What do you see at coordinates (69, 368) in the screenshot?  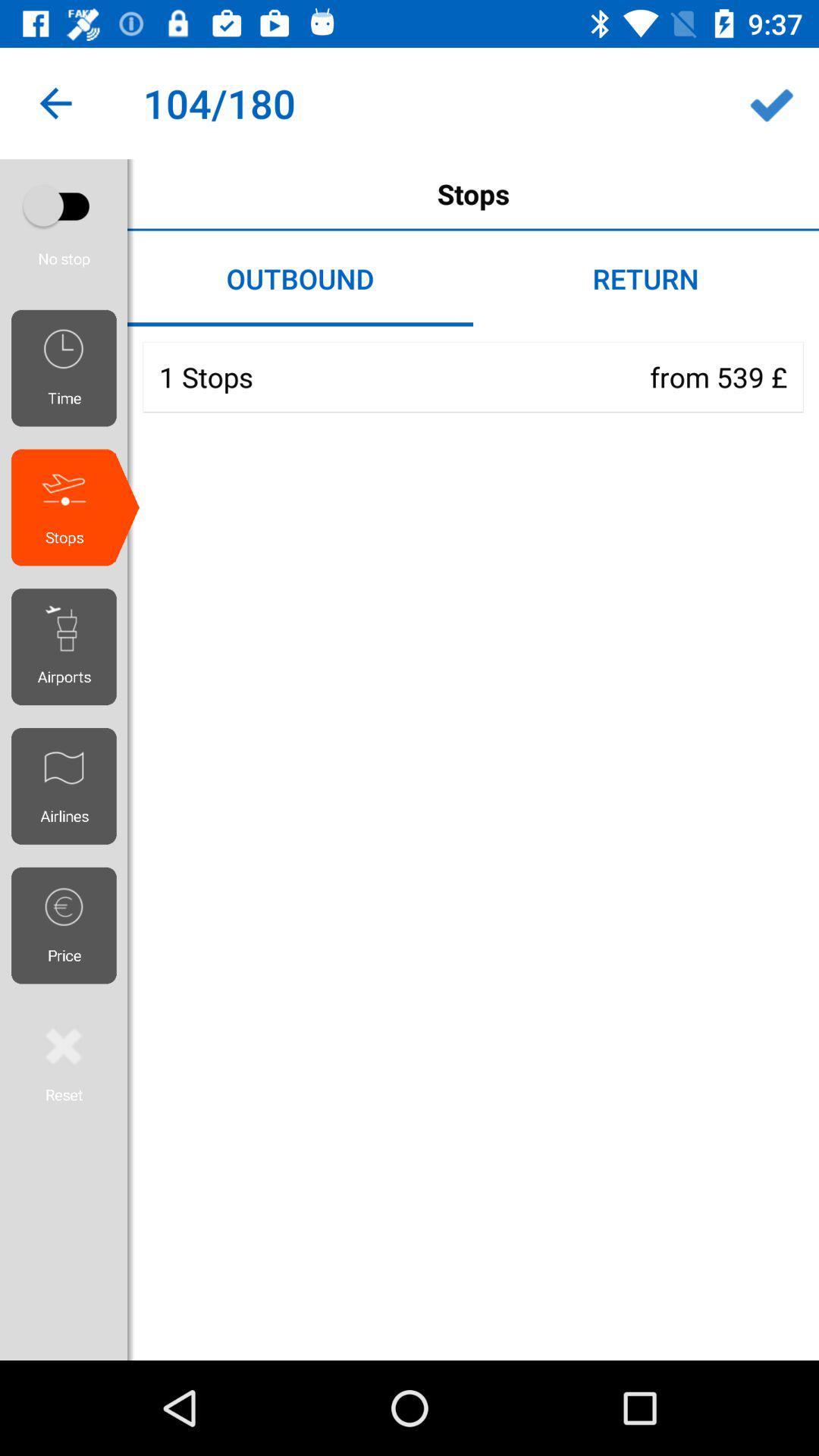 I see `time icon` at bounding box center [69, 368].